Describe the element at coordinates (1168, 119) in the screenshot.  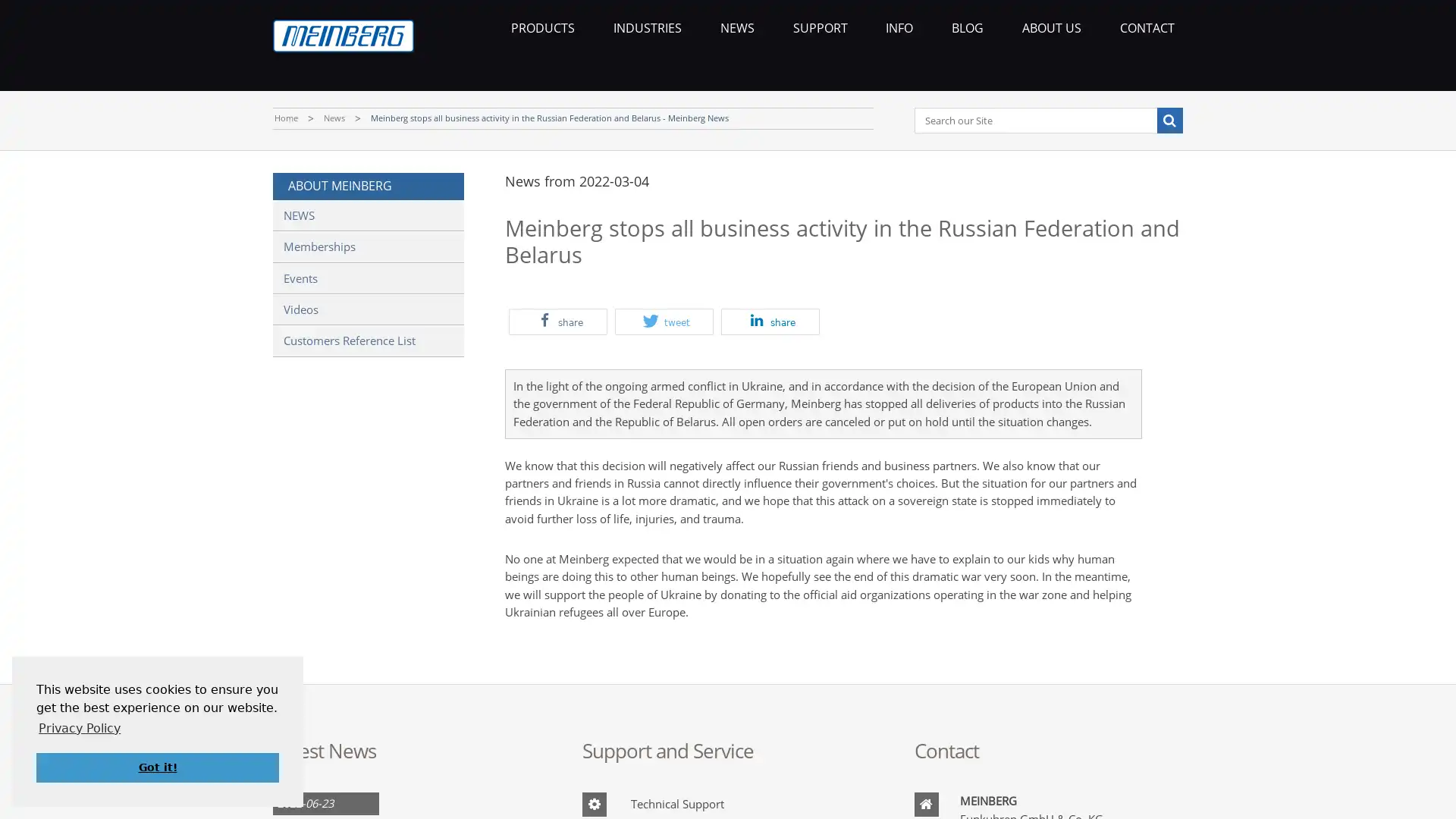
I see `Search` at that location.